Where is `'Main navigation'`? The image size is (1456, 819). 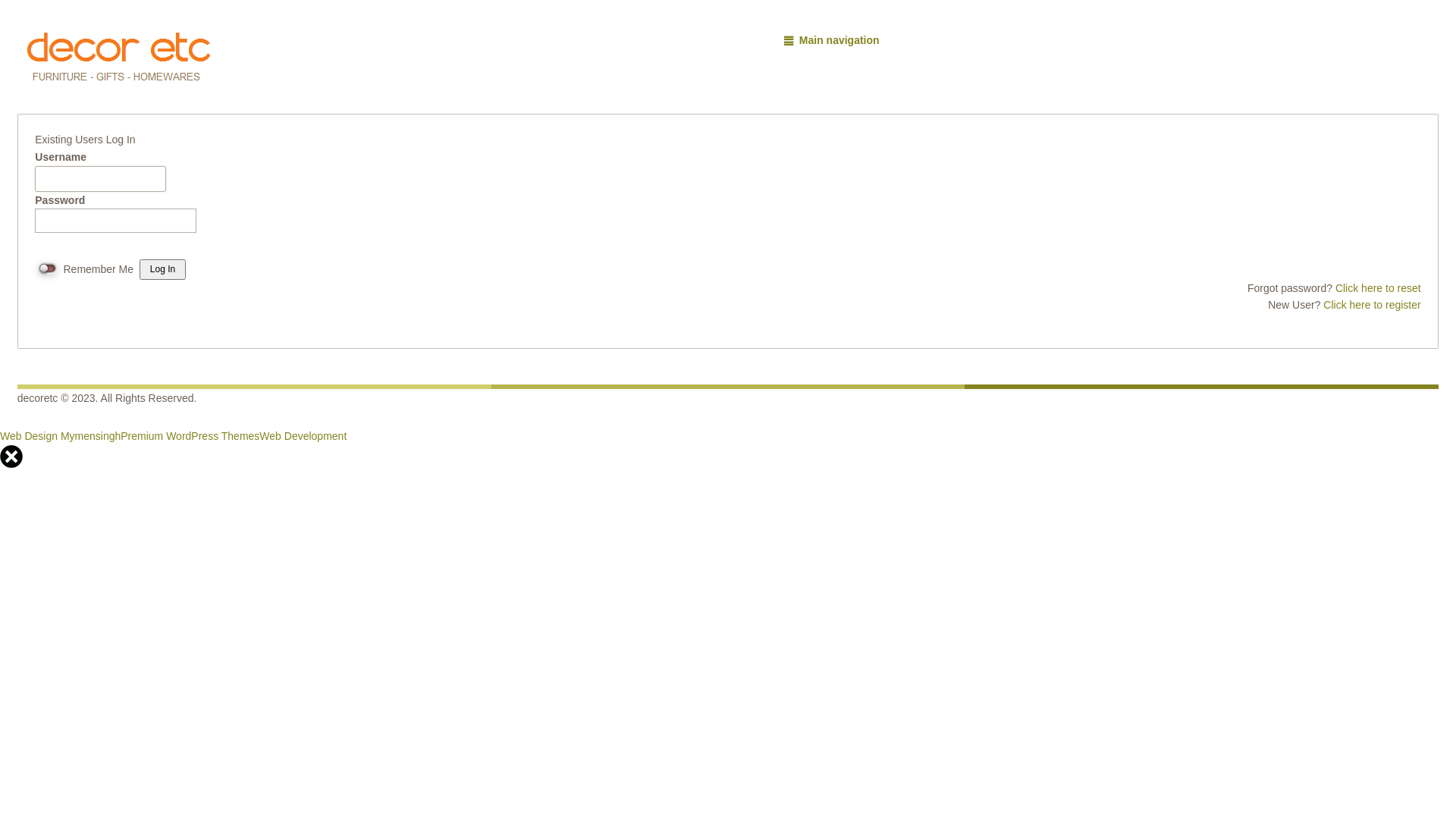
'Main navigation' is located at coordinates (830, 39).